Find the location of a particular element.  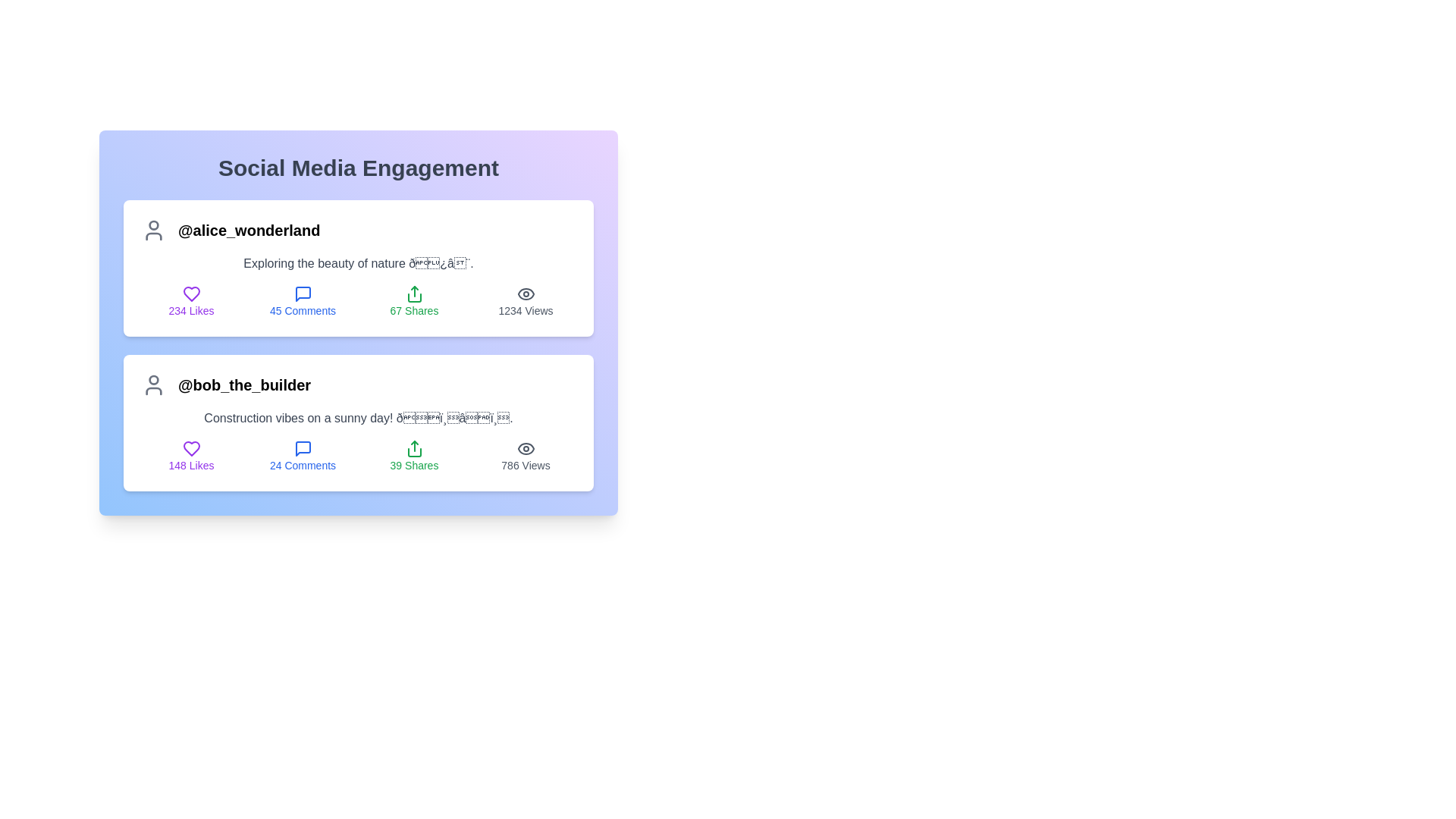

the speech bubble icon representing comments or messages, which is the second interactive element in the horizontal row below the '@alice_wonderland' post is located at coordinates (303, 294).